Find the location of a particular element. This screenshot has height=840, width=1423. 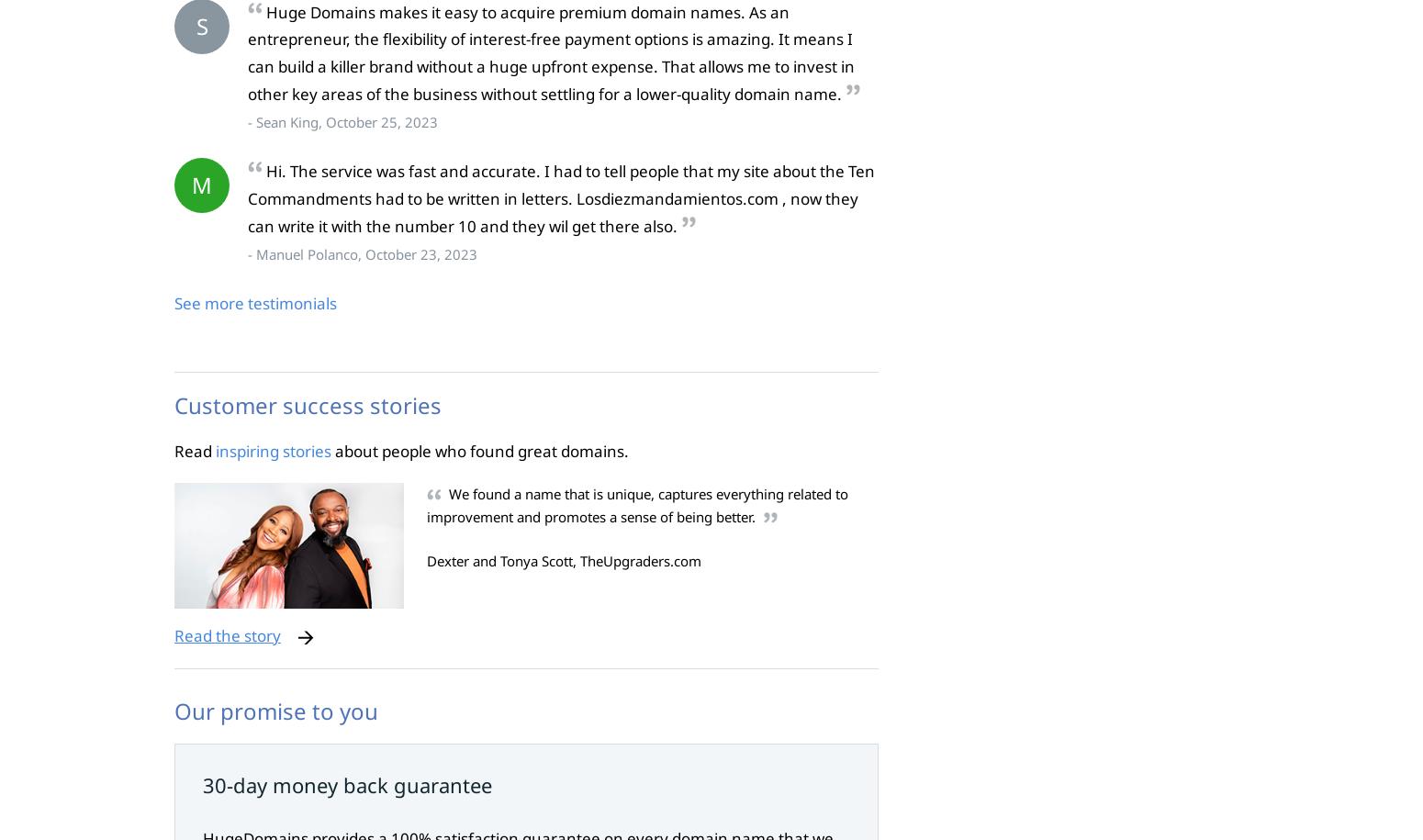

'Huge Domains makes it easy to acquire premium domain names. As an entrepreneur, the flexibility of interest-free payment options is amazing. It means I can build a killer brand without a huge upfront expense. That allows me to invest in other key areas of the business without settling for a lower-quality domain name.' is located at coordinates (551, 51).